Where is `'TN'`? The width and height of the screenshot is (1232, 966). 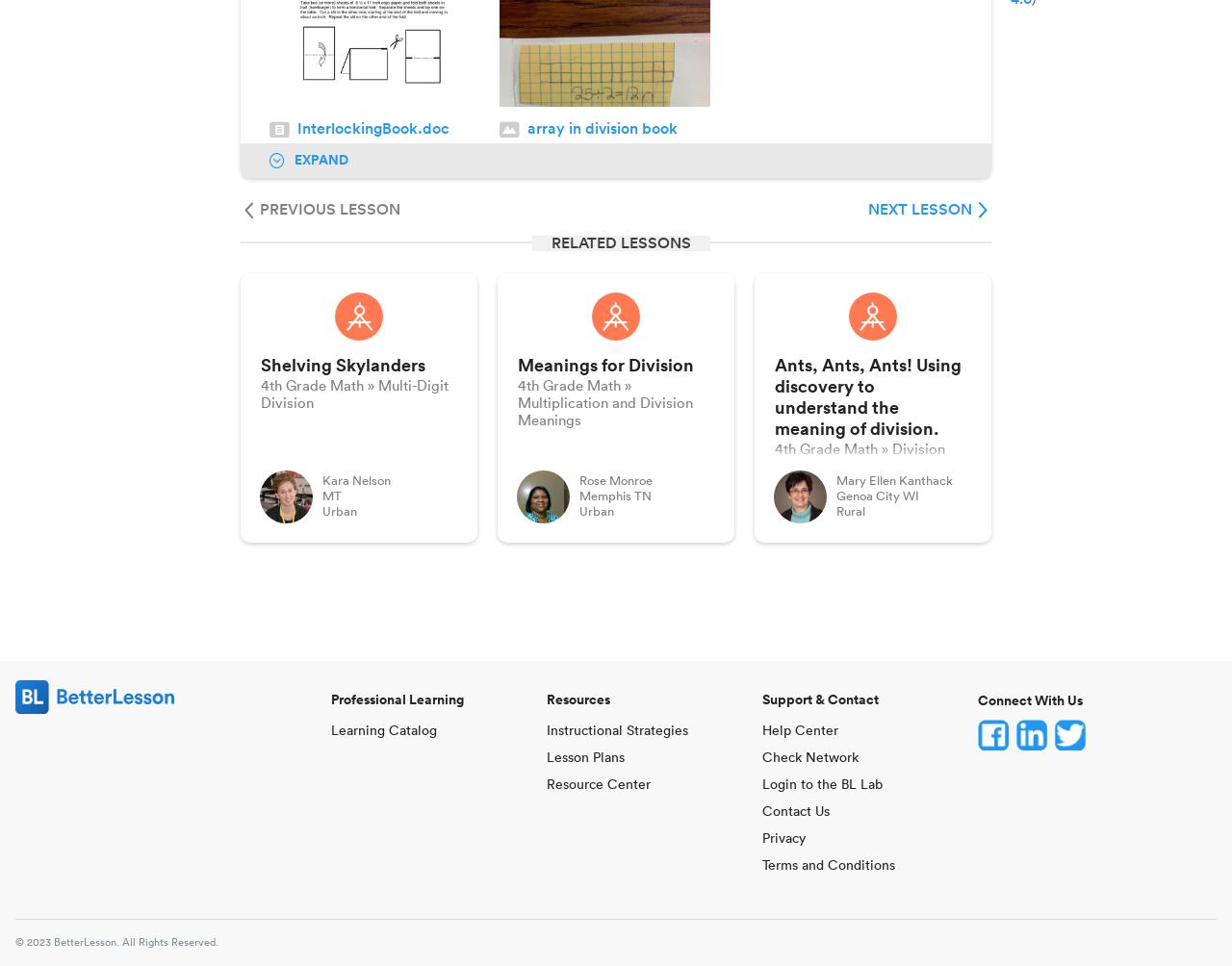 'TN' is located at coordinates (643, 496).